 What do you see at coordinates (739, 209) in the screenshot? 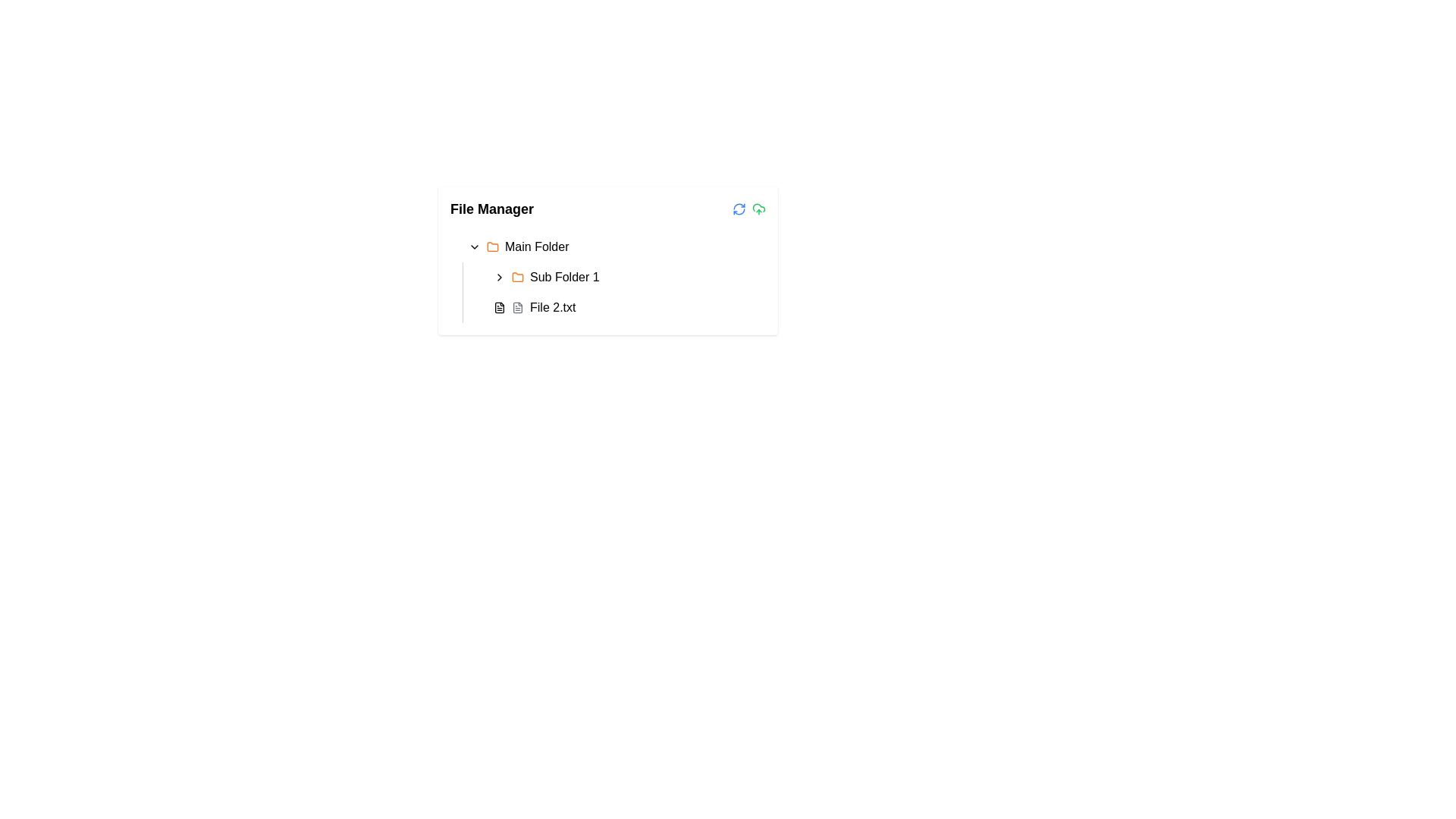
I see `the circular blue arrow icon button, which is the leftmost icon in a horizontal group above a file management panel` at bounding box center [739, 209].